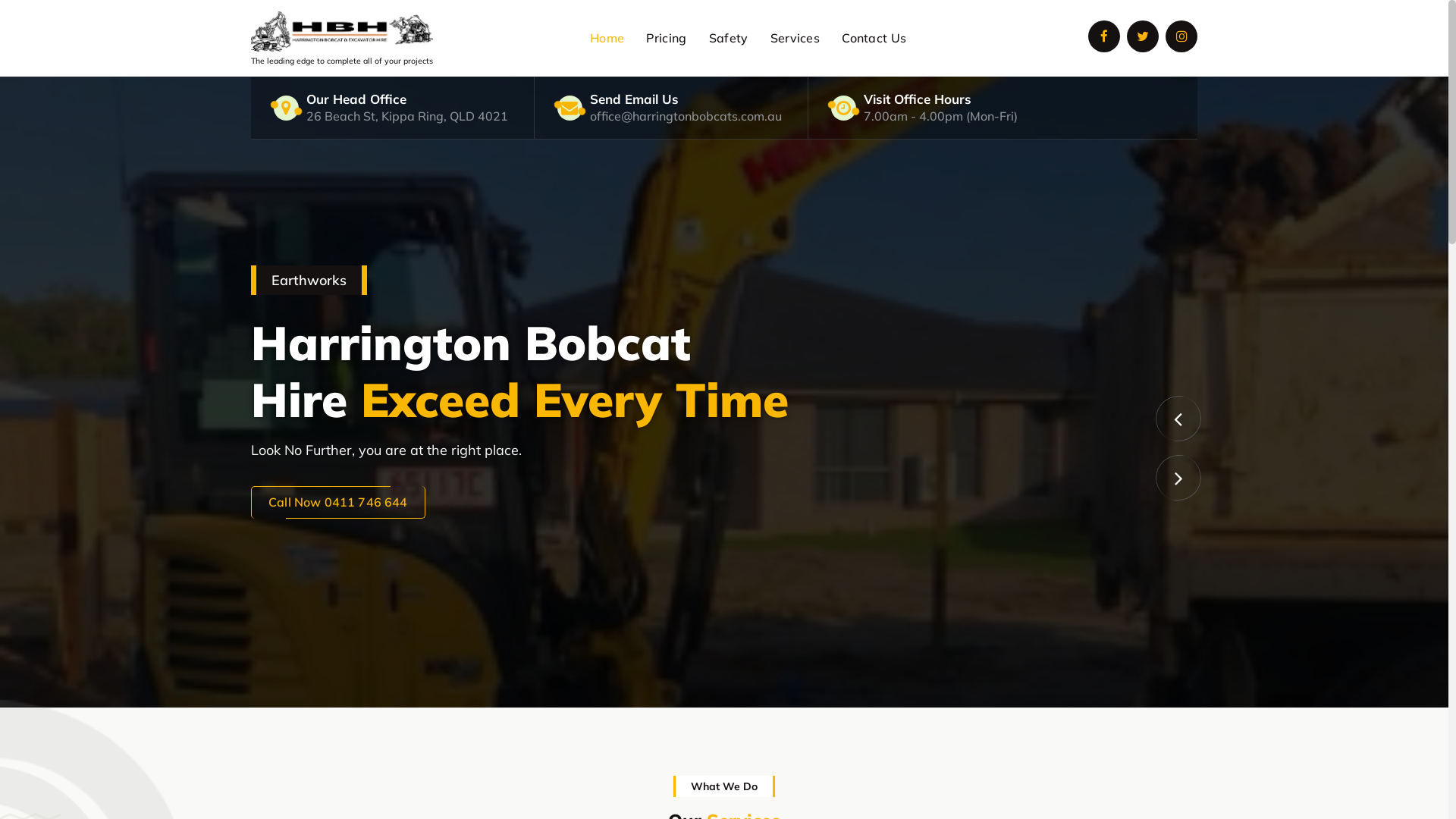  Describe the element at coordinates (685, 115) in the screenshot. I see `'office@harringtonbobcats.com.au'` at that location.